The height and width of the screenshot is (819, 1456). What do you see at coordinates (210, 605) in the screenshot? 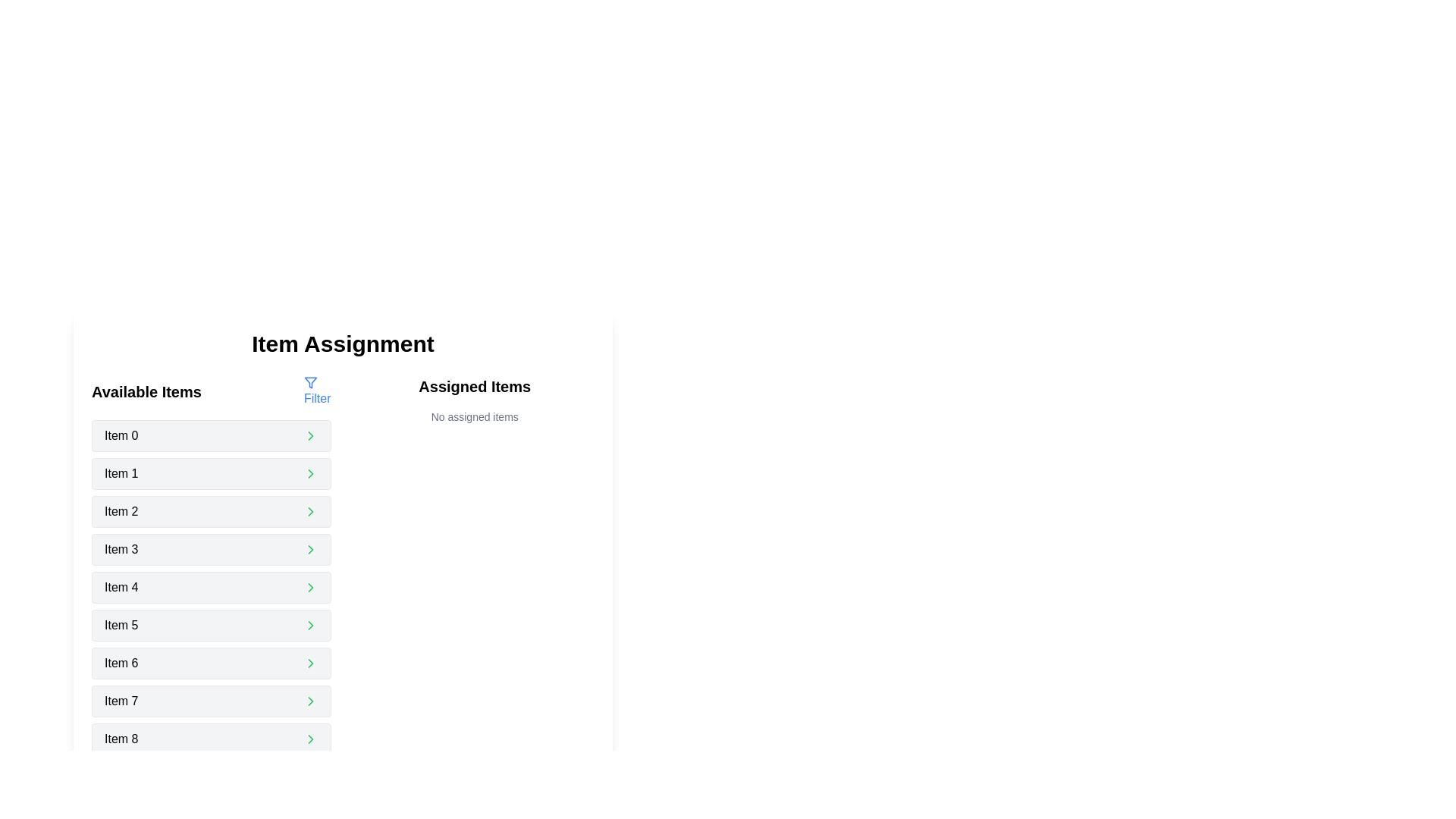
I see `an item from the vertically stacked list of items labeled from 'Item 0'` at bounding box center [210, 605].